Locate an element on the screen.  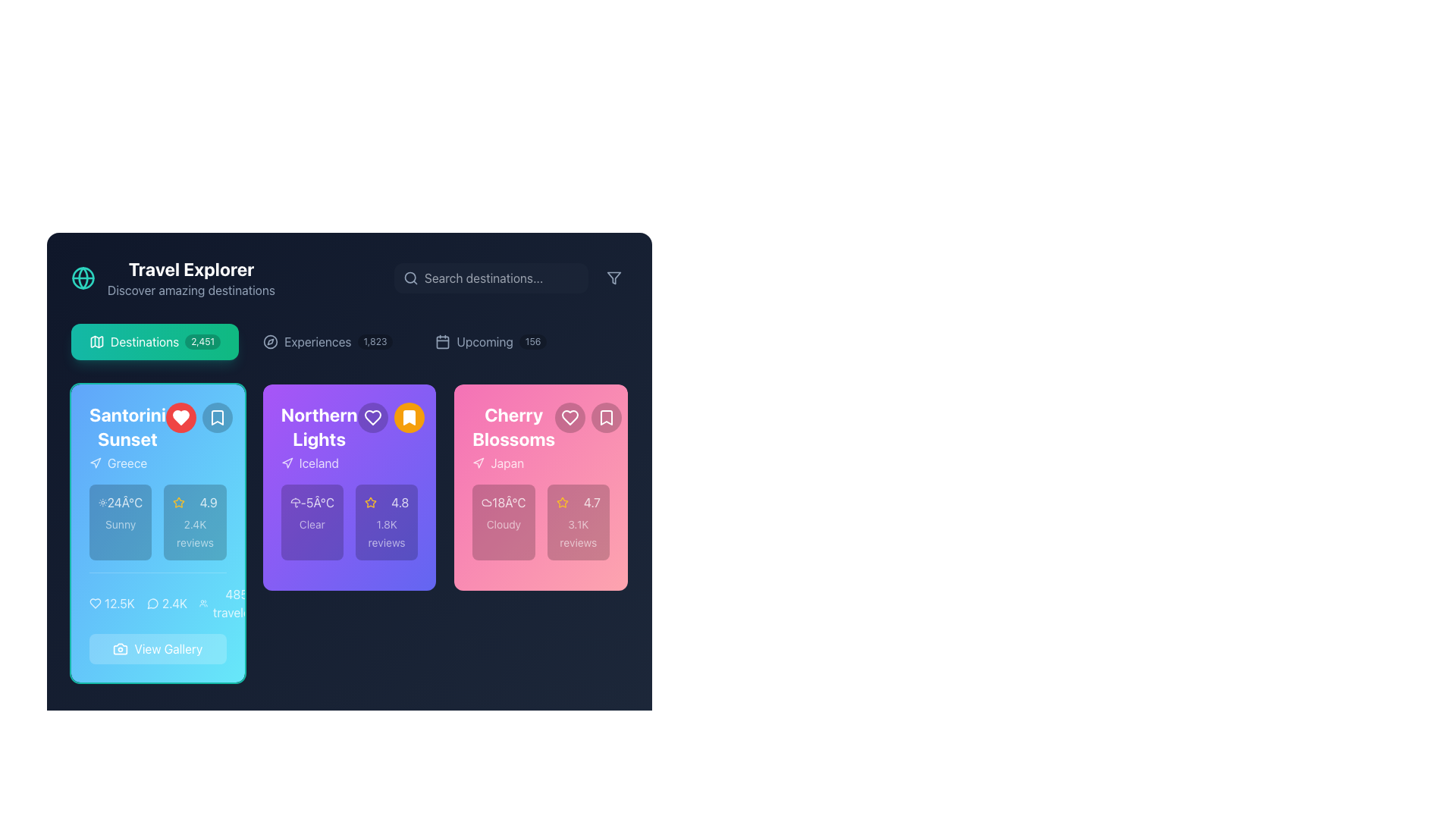
the bookmark icon in the top-right corner of the 'Cherry Blossoms, Japan' card is located at coordinates (607, 418).